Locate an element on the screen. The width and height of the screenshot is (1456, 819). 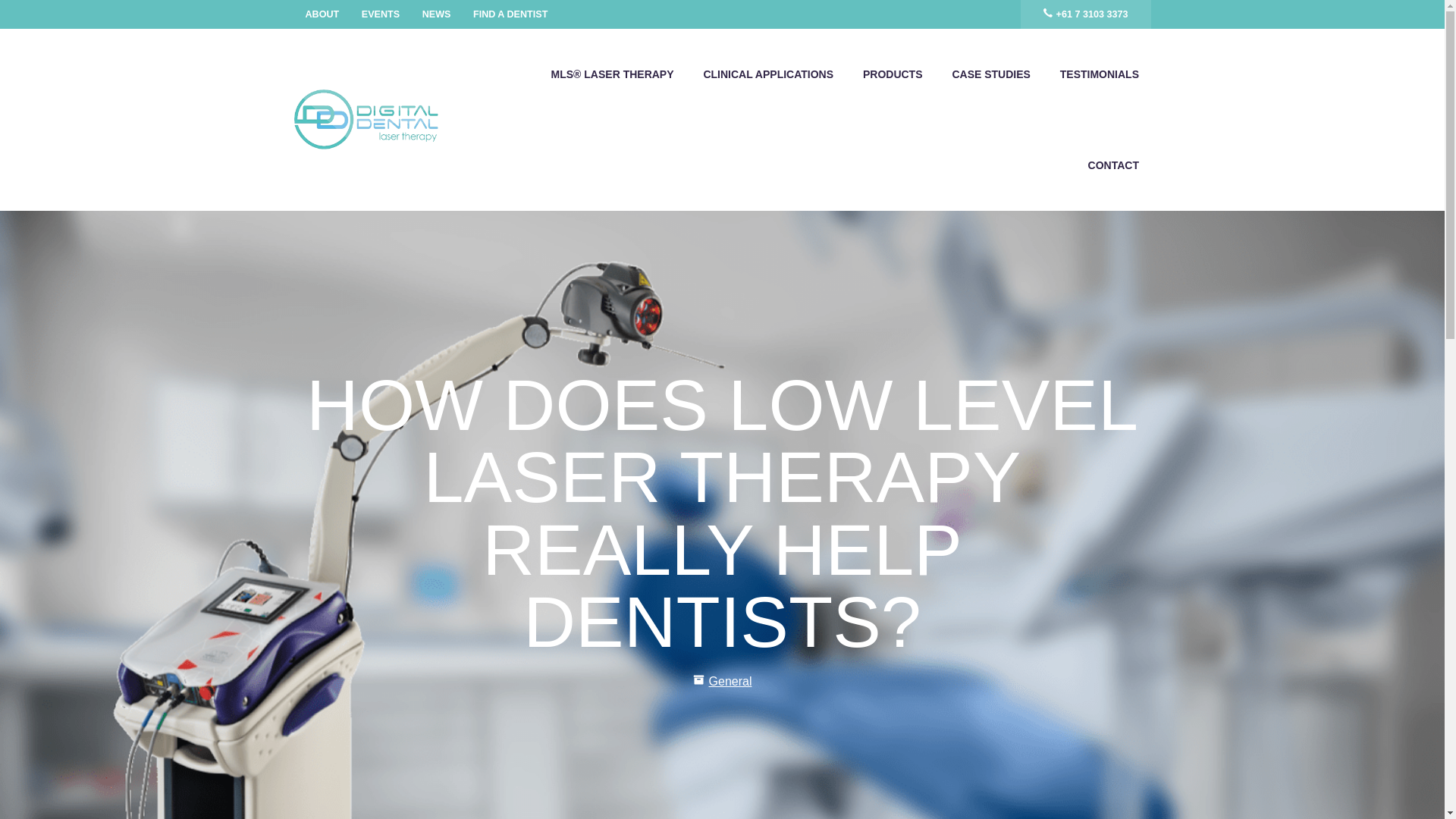
'EVENTS' is located at coordinates (381, 14).